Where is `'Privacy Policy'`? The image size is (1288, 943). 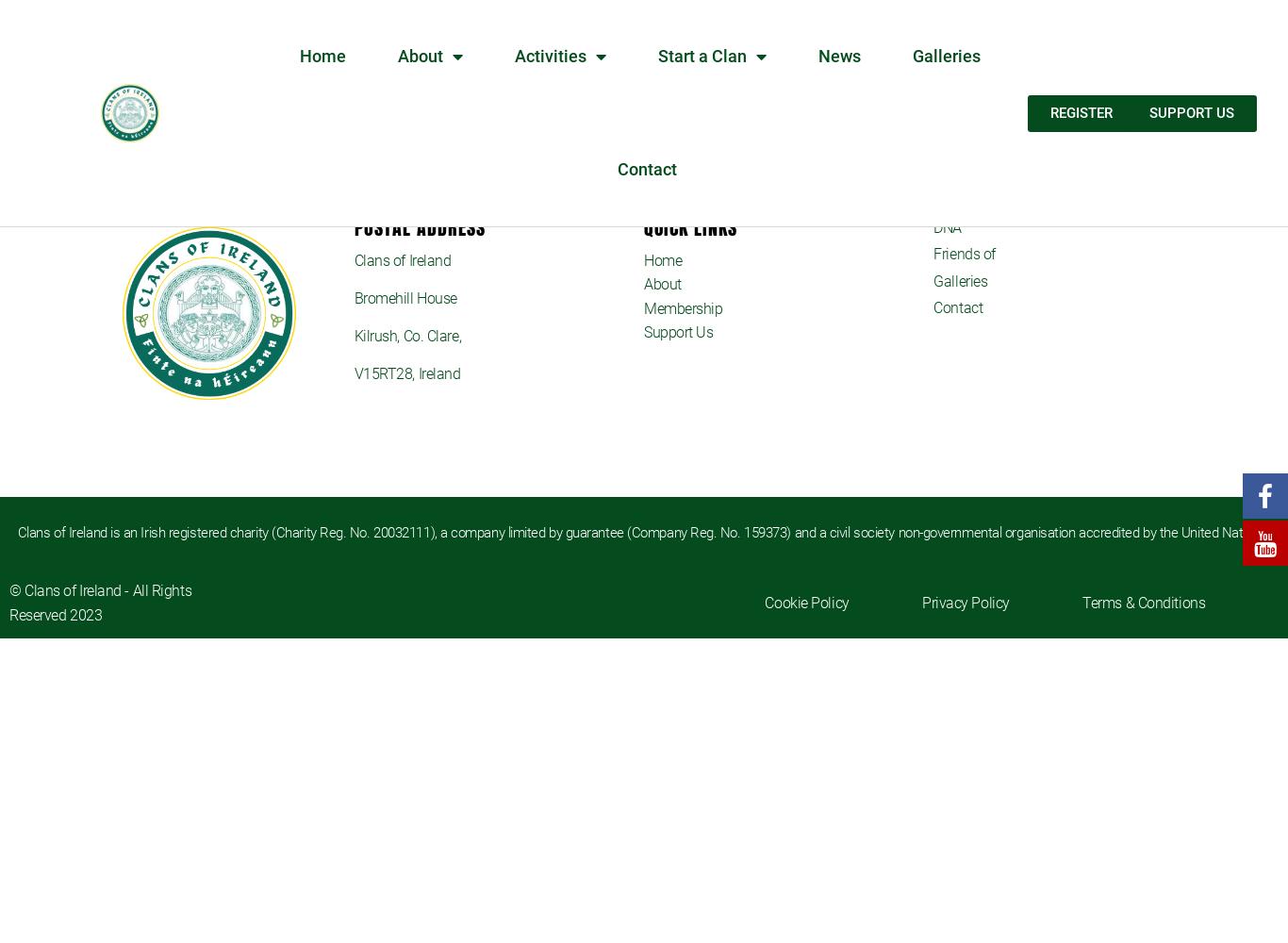
'Privacy Policy' is located at coordinates (965, 602).